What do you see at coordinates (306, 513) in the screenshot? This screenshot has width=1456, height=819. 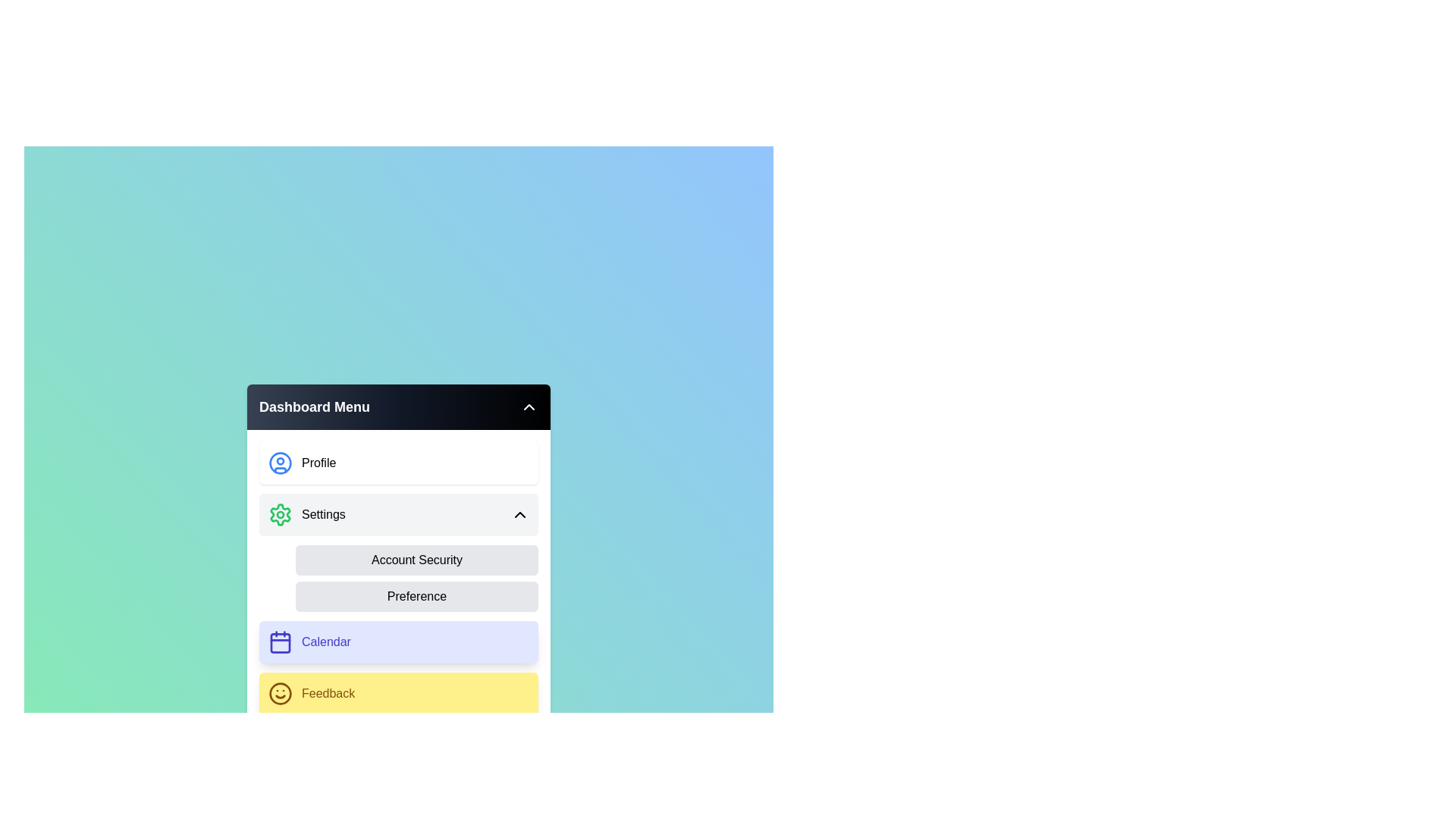 I see `the 'Settings' menu item, which features a green gear icon followed by the bold text 'Settings'` at bounding box center [306, 513].